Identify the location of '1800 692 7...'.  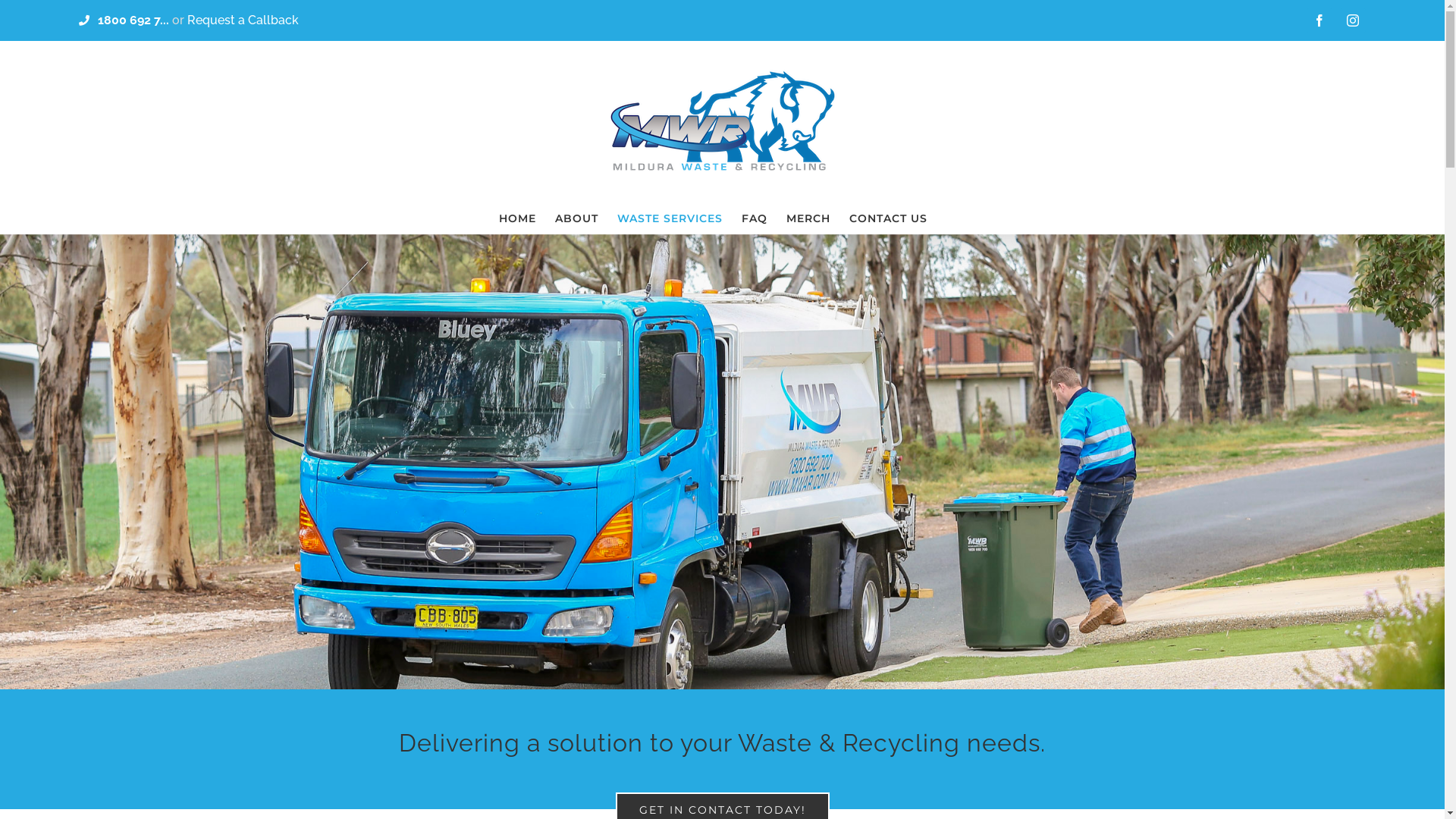
(133, 19).